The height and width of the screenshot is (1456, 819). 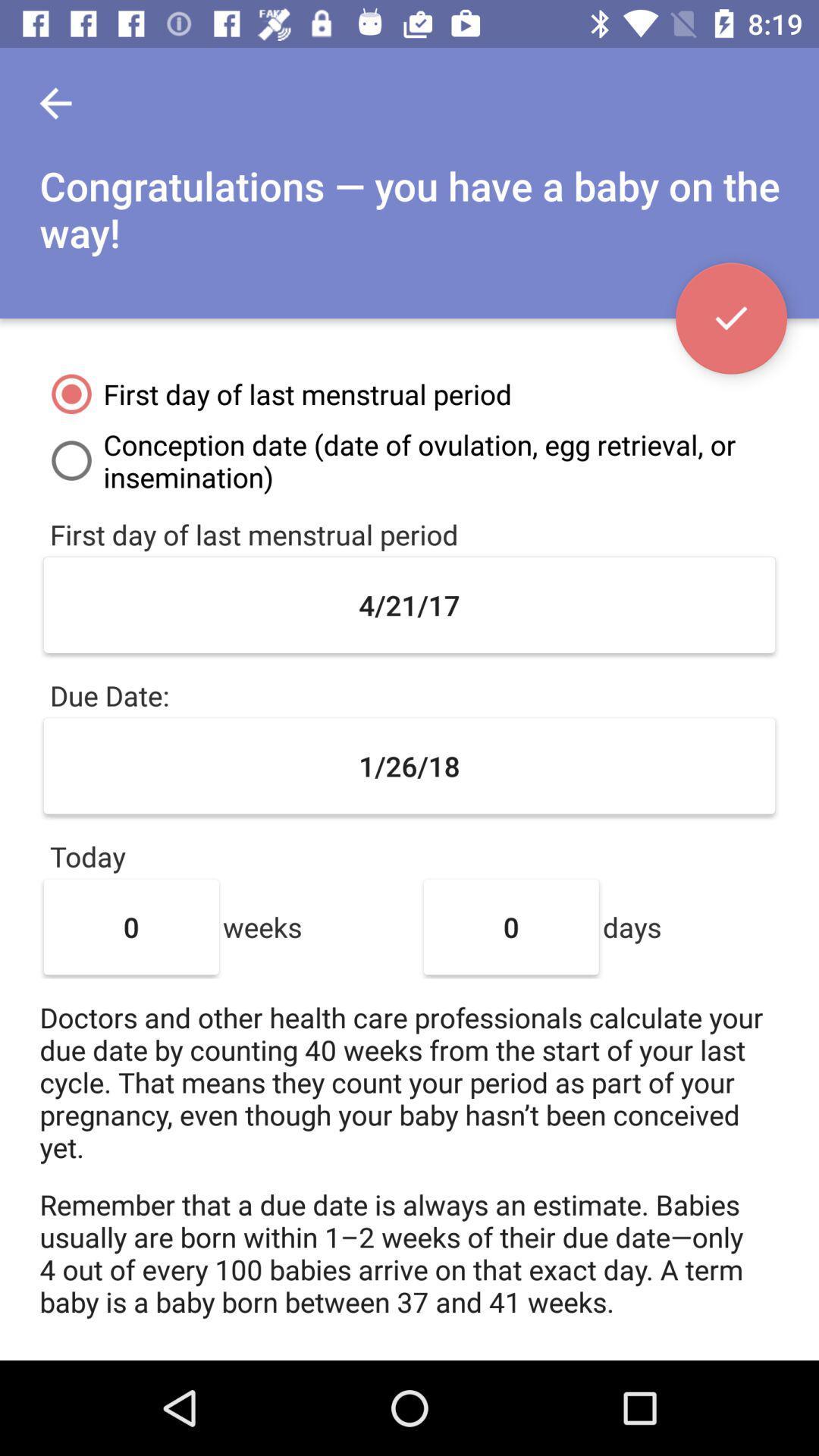 What do you see at coordinates (409, 766) in the screenshot?
I see `the 1/26/18 icon` at bounding box center [409, 766].